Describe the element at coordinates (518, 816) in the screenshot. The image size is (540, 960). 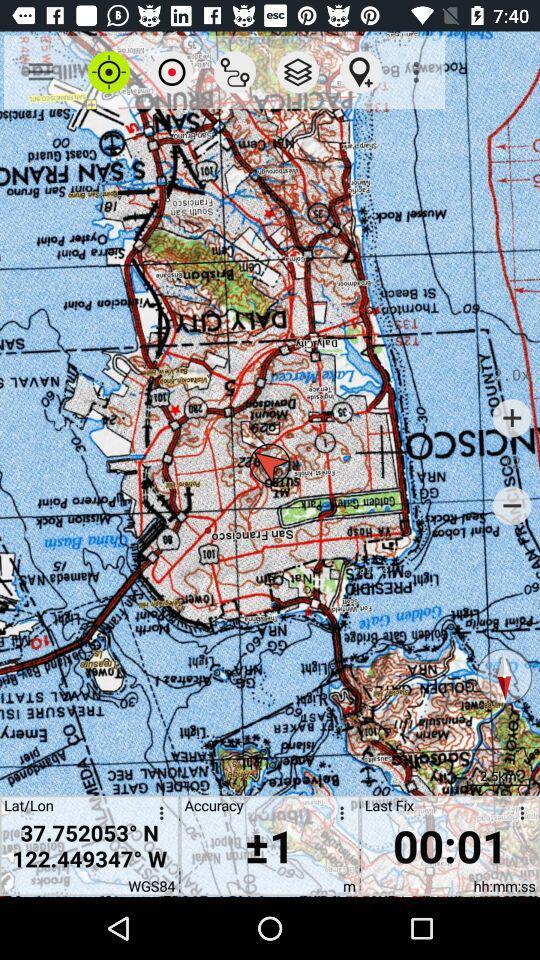
I see `drop down for options` at that location.